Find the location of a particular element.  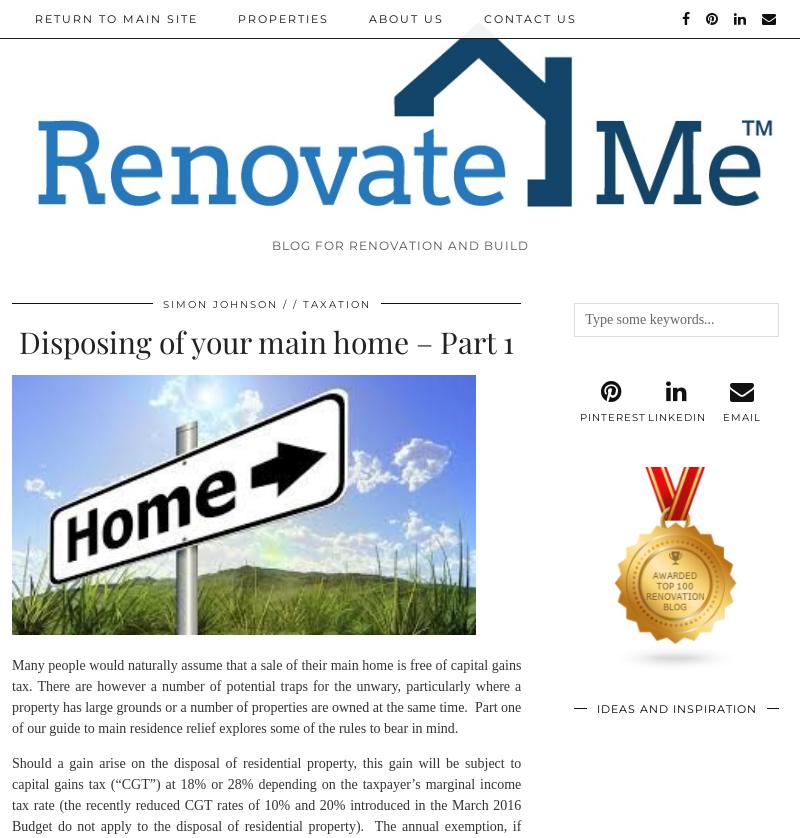

'Email' is located at coordinates (742, 416).